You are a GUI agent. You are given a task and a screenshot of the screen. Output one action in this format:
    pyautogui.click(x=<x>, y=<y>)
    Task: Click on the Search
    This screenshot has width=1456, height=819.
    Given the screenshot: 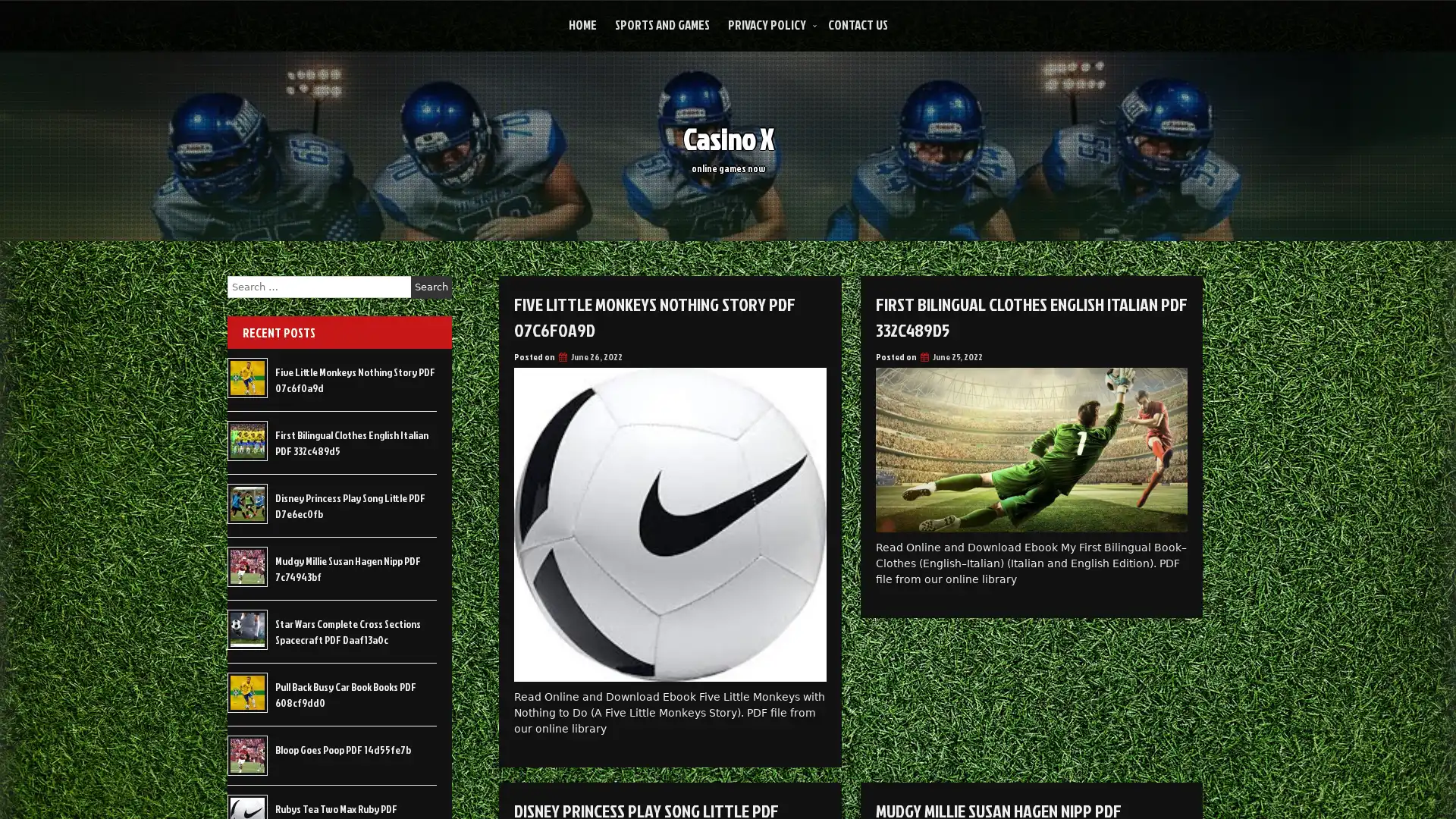 What is the action you would take?
    pyautogui.click(x=431, y=287)
    